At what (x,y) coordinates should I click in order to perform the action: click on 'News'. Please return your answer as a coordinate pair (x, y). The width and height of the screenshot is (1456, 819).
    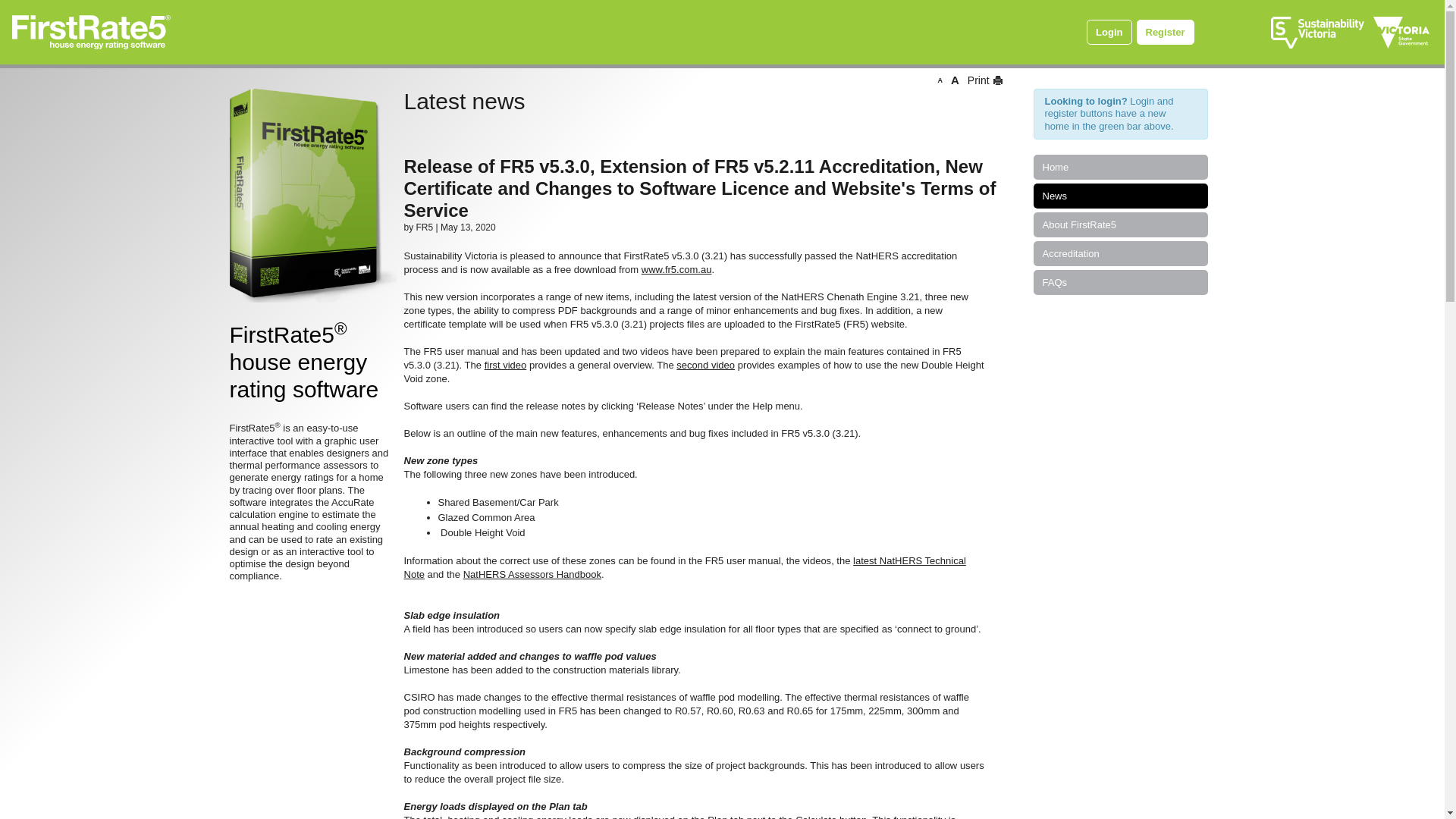
    Looking at the image, I should click on (1120, 195).